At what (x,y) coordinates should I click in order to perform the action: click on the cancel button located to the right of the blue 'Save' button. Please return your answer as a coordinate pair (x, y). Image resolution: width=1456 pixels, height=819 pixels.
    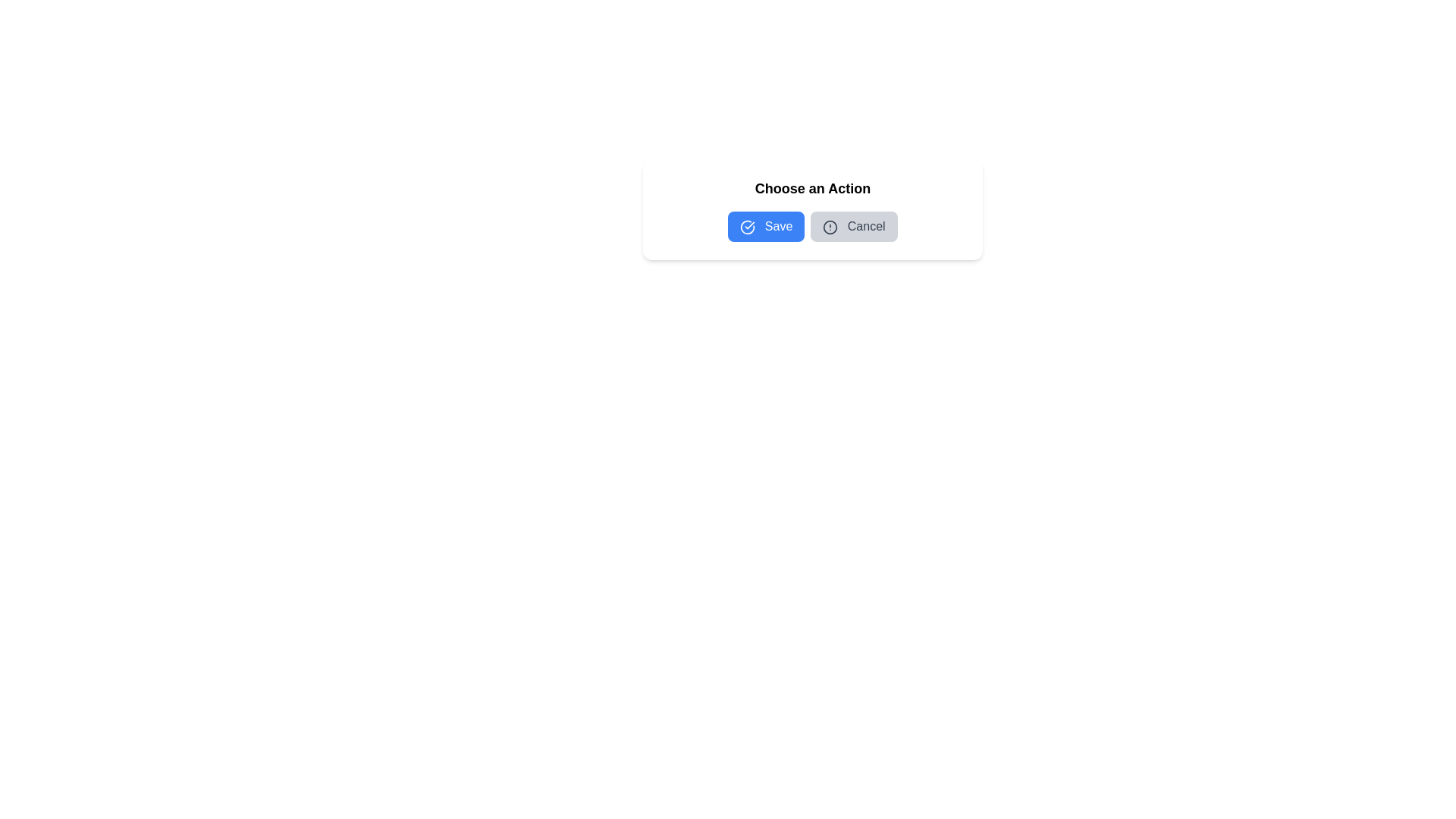
    Looking at the image, I should click on (854, 227).